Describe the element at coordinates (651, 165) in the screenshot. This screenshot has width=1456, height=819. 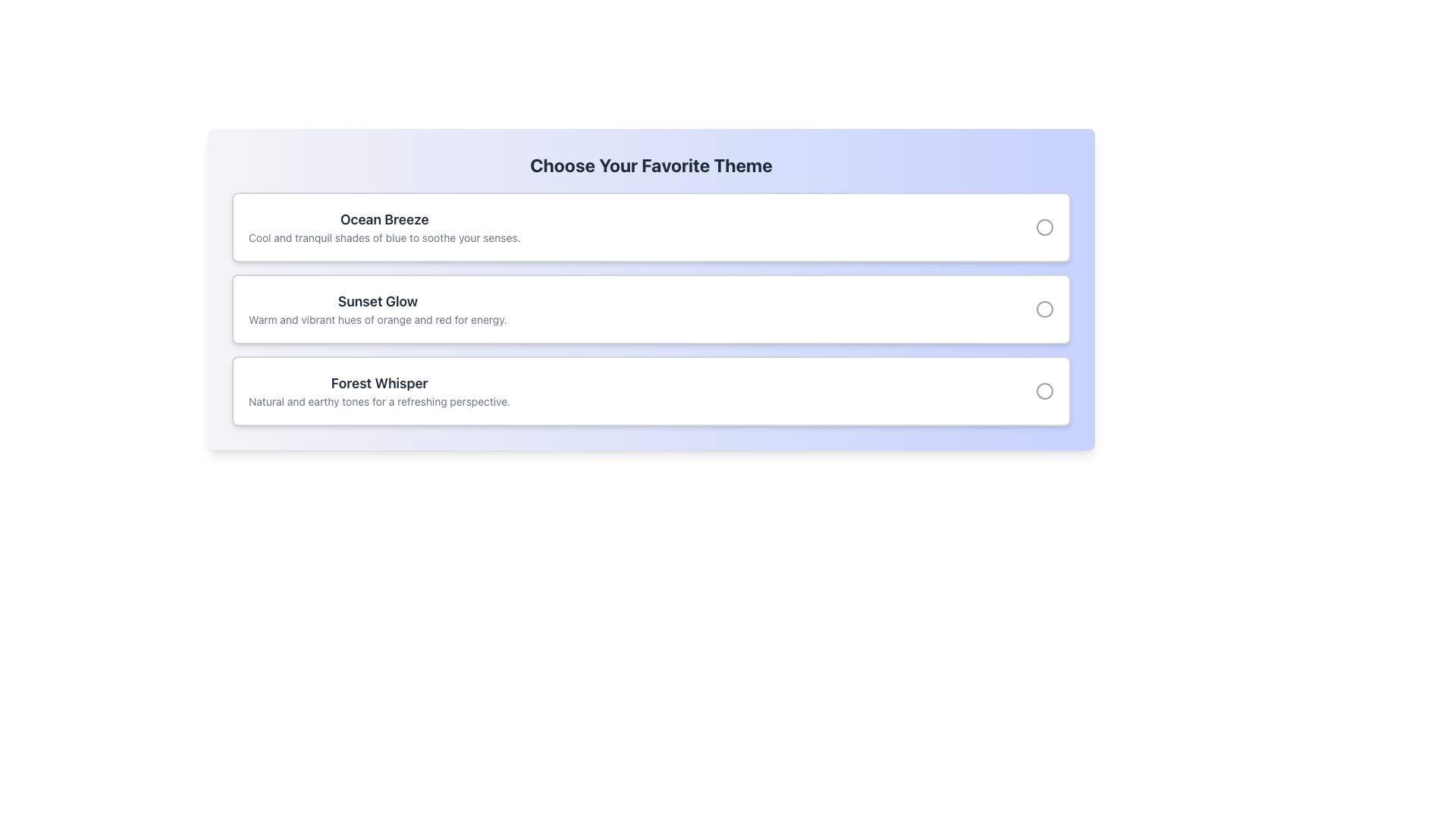
I see `the text header displaying 'Choose Your Favorite Theme' which is in large, bold, dark gray font at the top center of the interface` at that location.